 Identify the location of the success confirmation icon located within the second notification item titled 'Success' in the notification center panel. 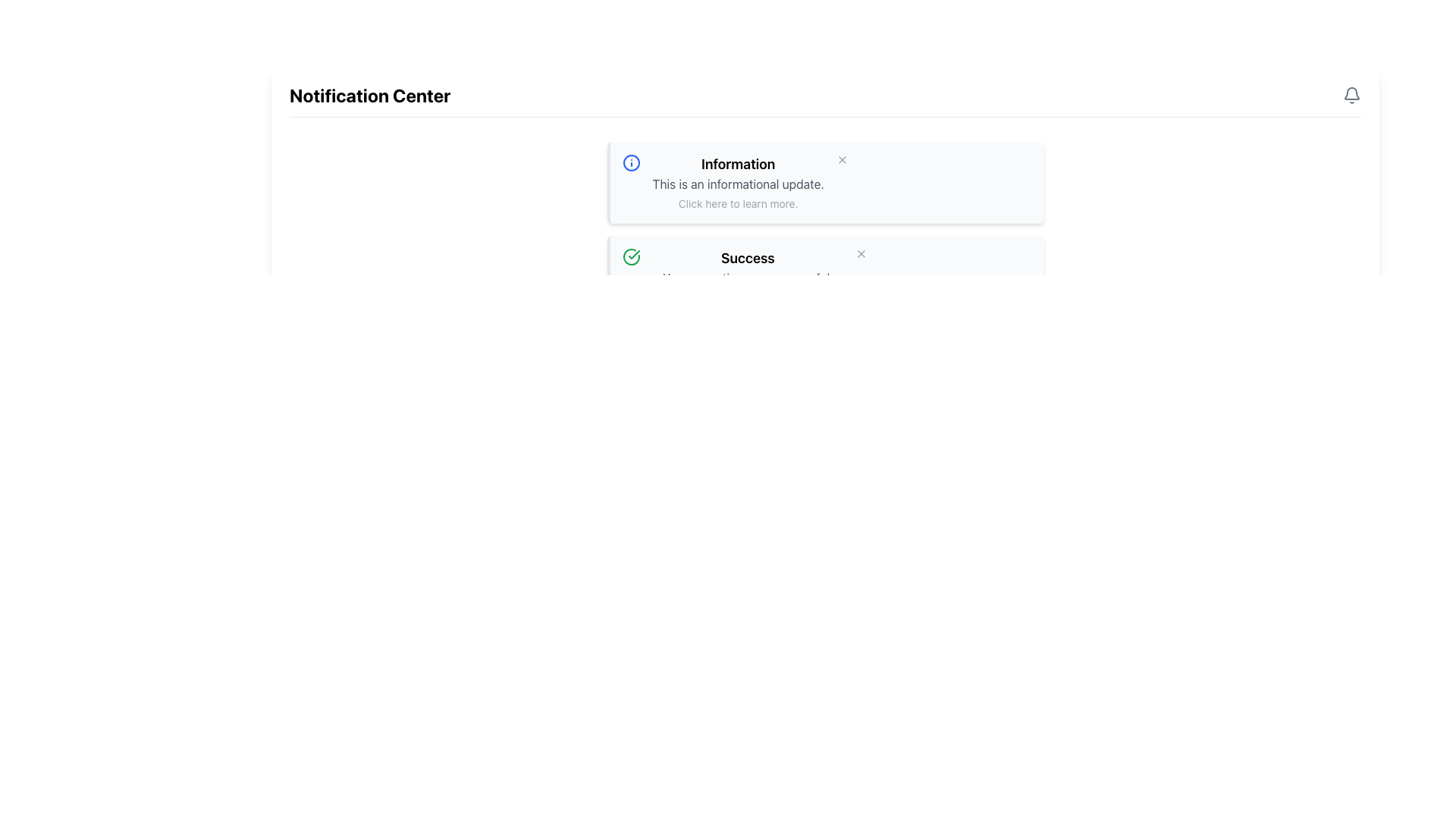
(633, 253).